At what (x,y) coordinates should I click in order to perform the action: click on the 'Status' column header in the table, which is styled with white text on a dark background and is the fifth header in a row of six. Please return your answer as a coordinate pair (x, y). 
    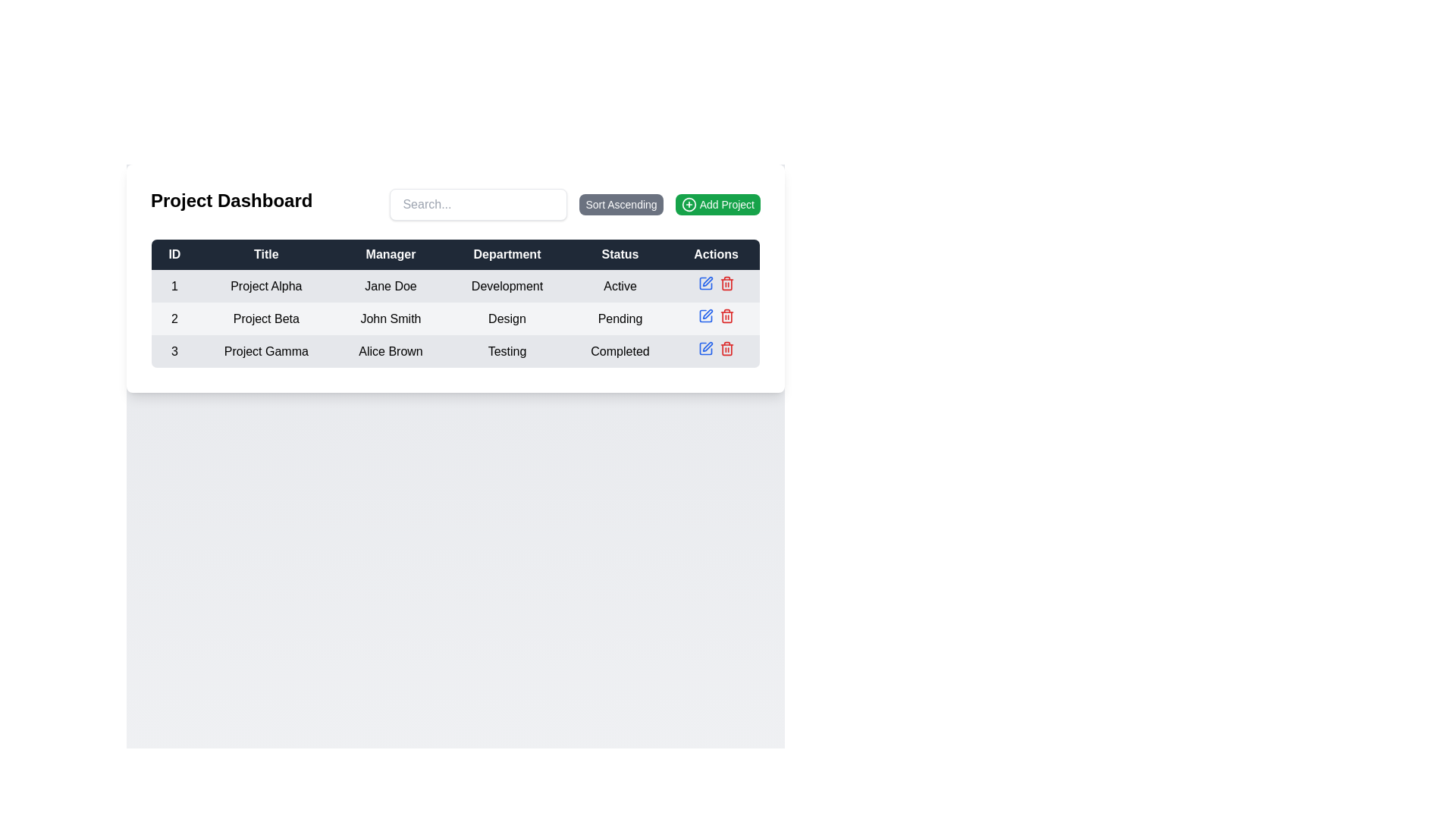
    Looking at the image, I should click on (620, 253).